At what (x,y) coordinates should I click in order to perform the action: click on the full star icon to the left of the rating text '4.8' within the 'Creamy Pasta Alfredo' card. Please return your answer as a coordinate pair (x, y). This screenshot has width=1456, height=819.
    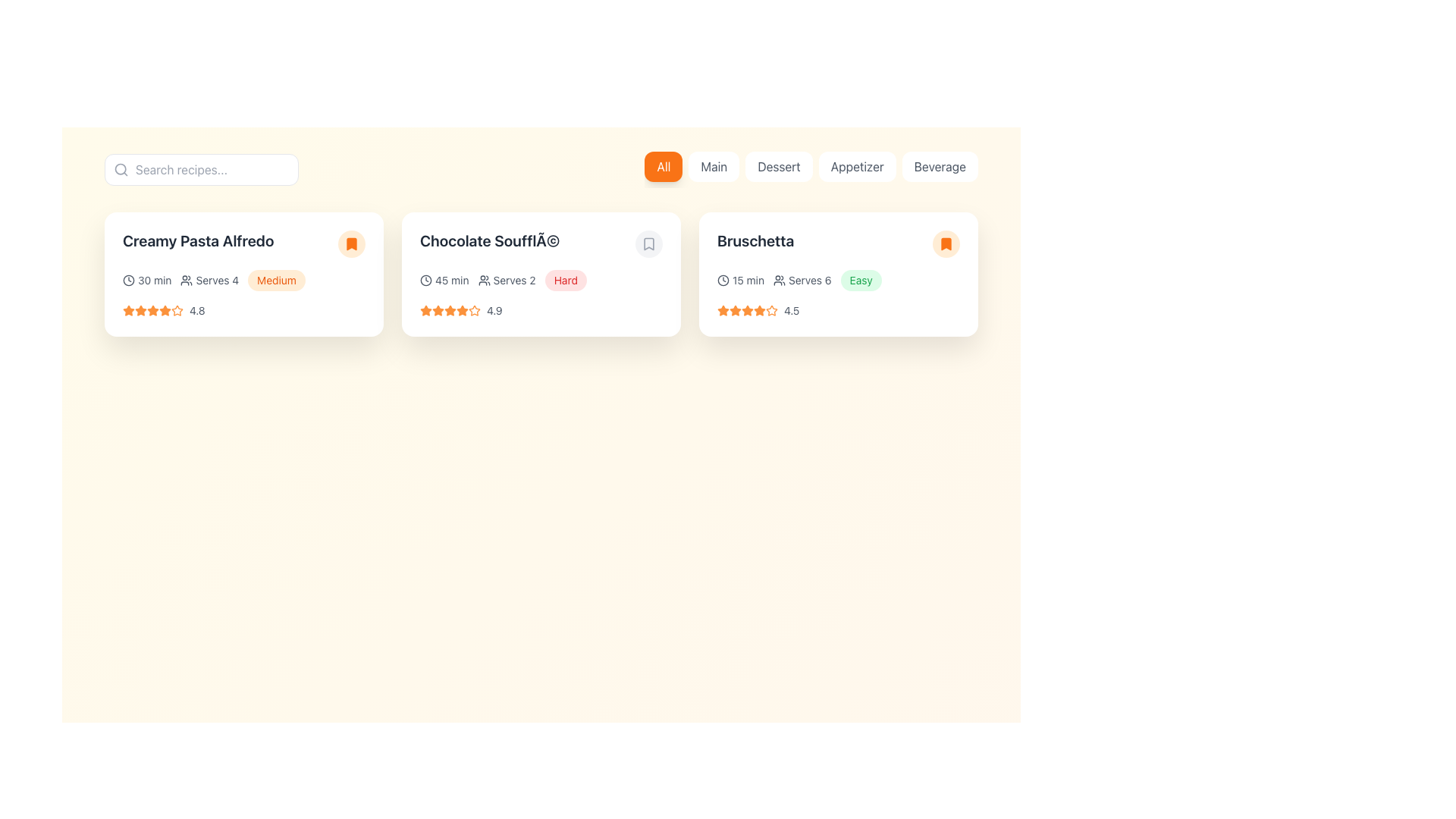
    Looking at the image, I should click on (165, 309).